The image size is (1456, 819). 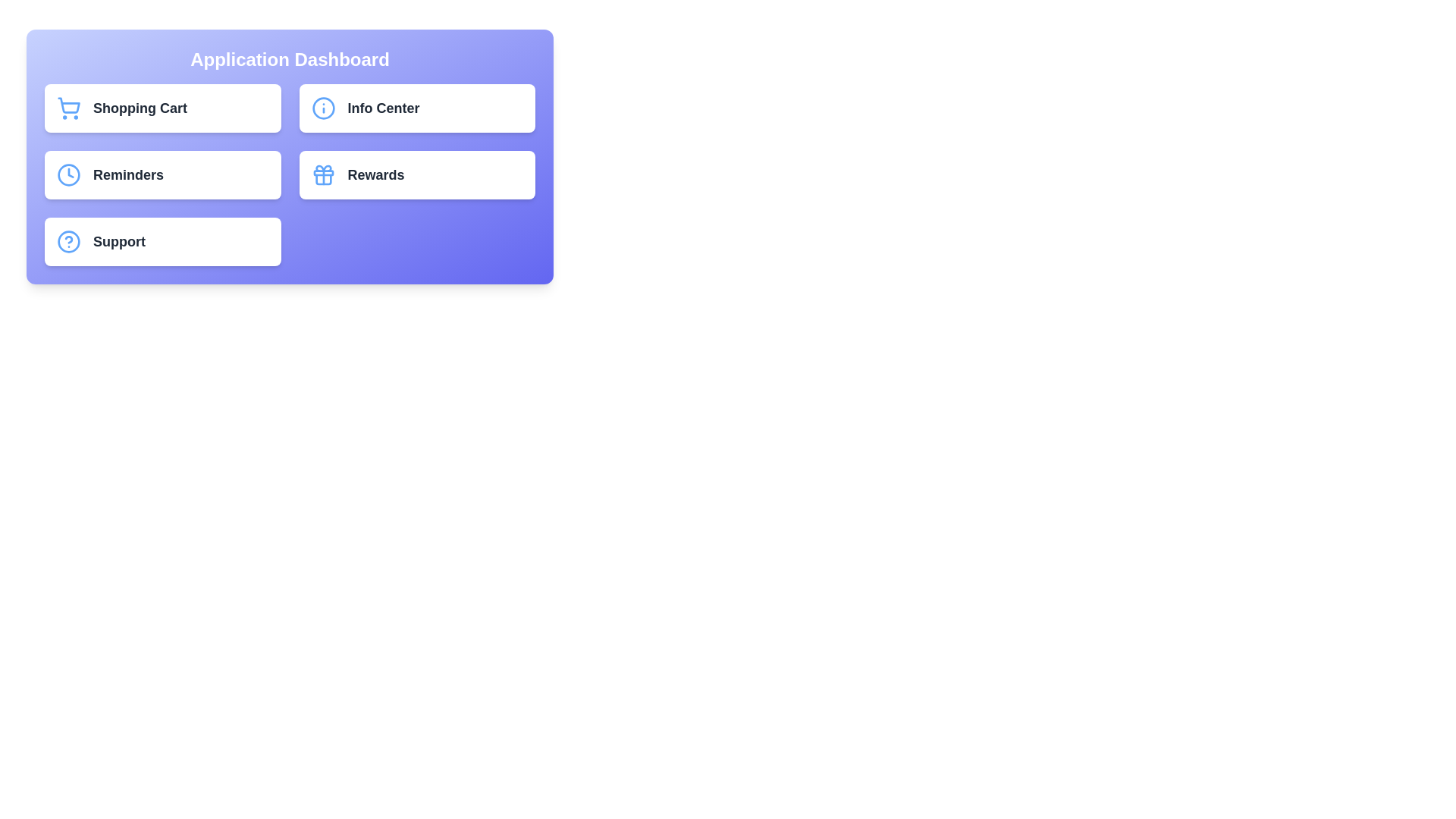 I want to click on the 'Application Dashboard' text display, which is a bold white title centered at the top of the header area against a gradient background, so click(x=290, y=58).